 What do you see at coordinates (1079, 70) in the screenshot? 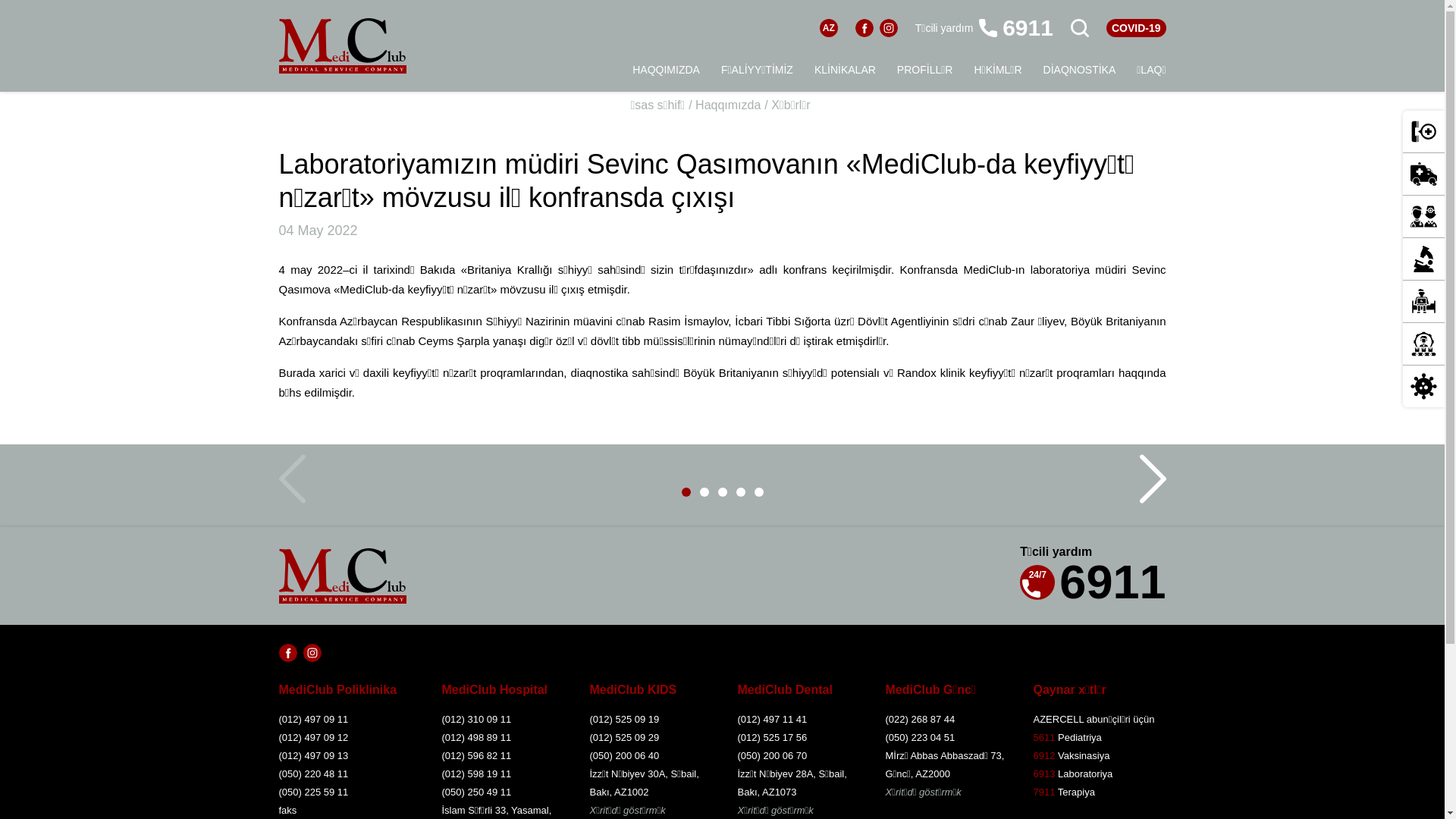
I see `'DIAQNOSTIKA'` at bounding box center [1079, 70].